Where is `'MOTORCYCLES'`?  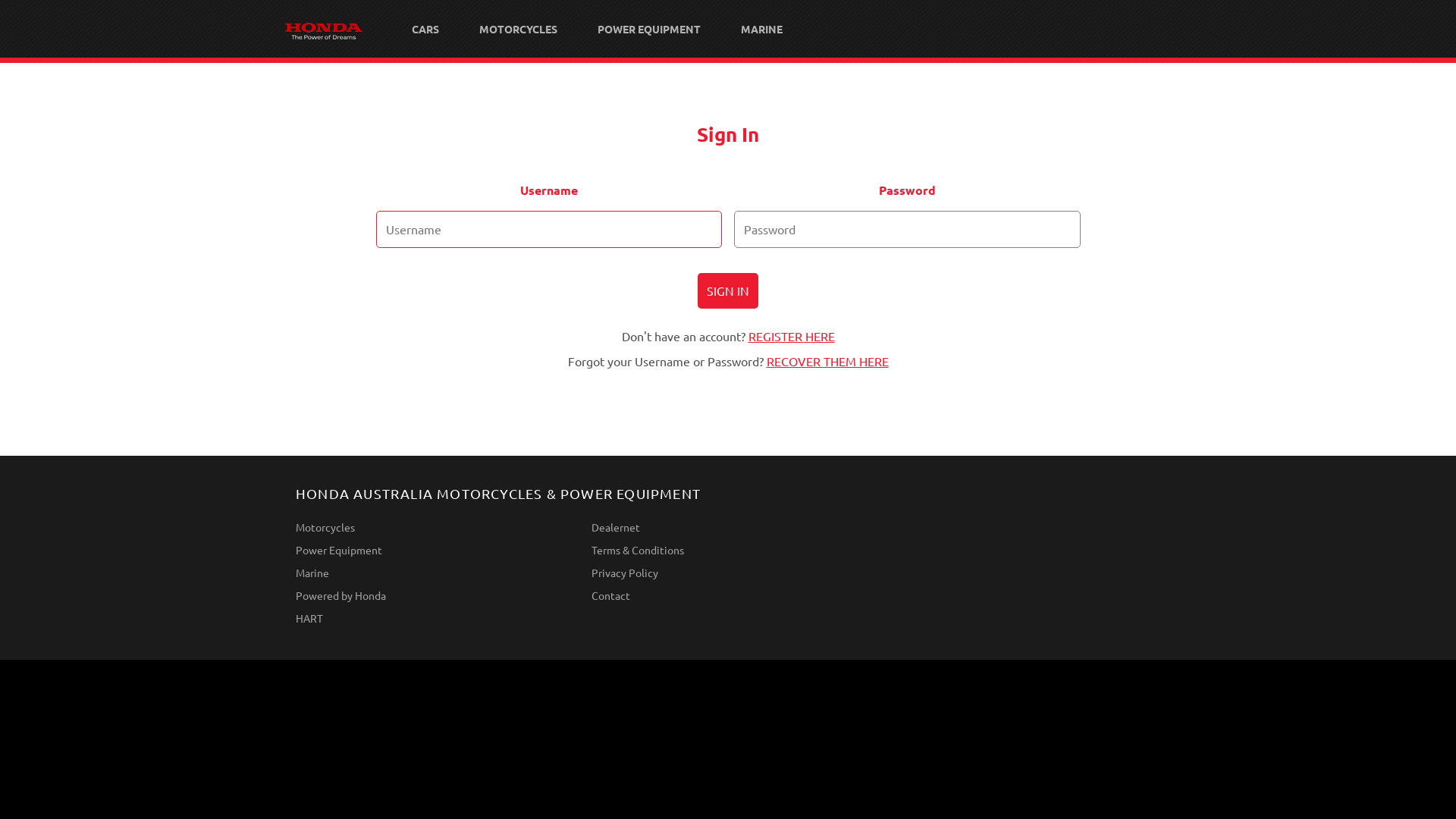 'MOTORCYCLES' is located at coordinates (517, 29).